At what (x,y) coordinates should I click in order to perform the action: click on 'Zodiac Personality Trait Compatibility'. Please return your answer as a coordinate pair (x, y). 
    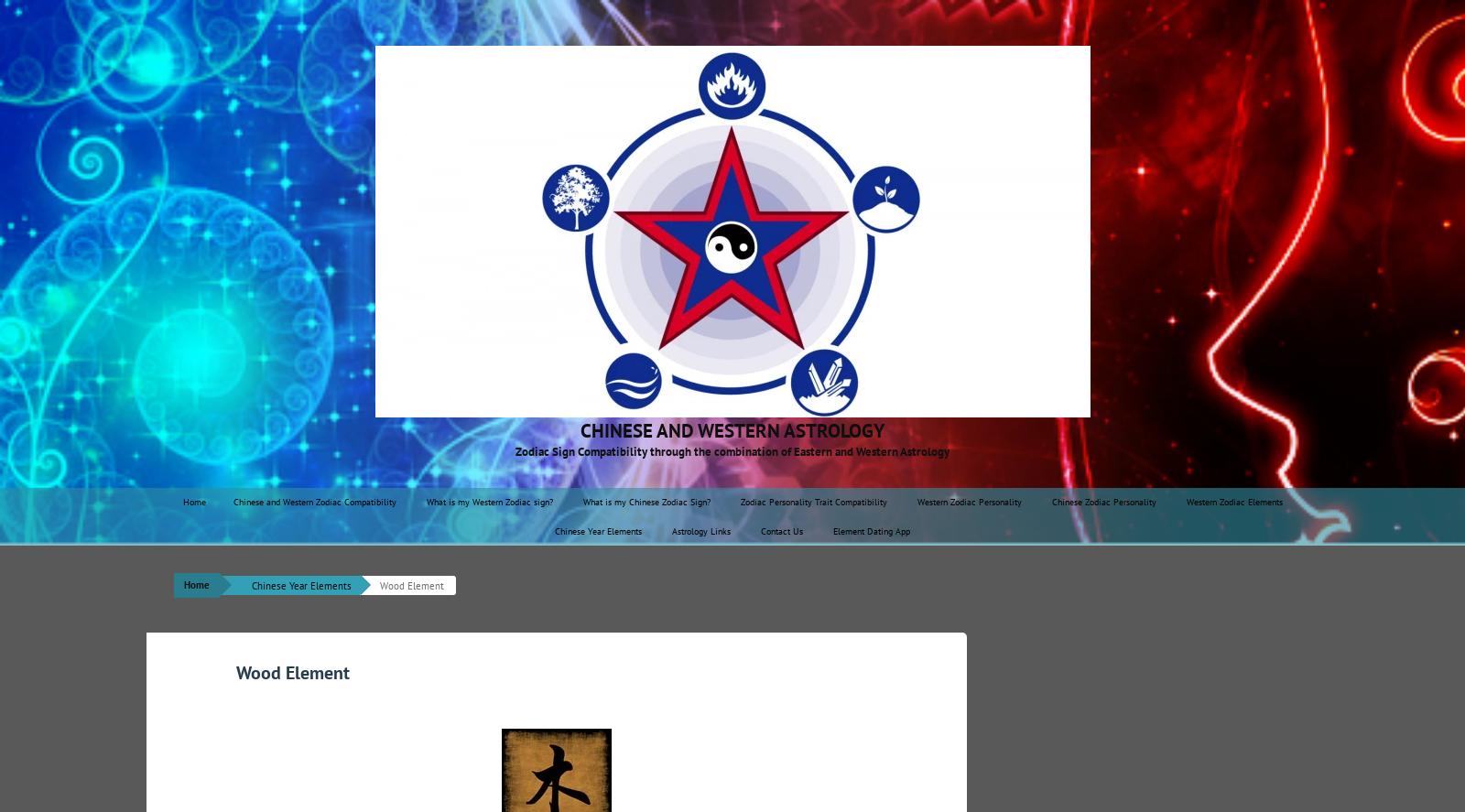
    Looking at the image, I should click on (812, 501).